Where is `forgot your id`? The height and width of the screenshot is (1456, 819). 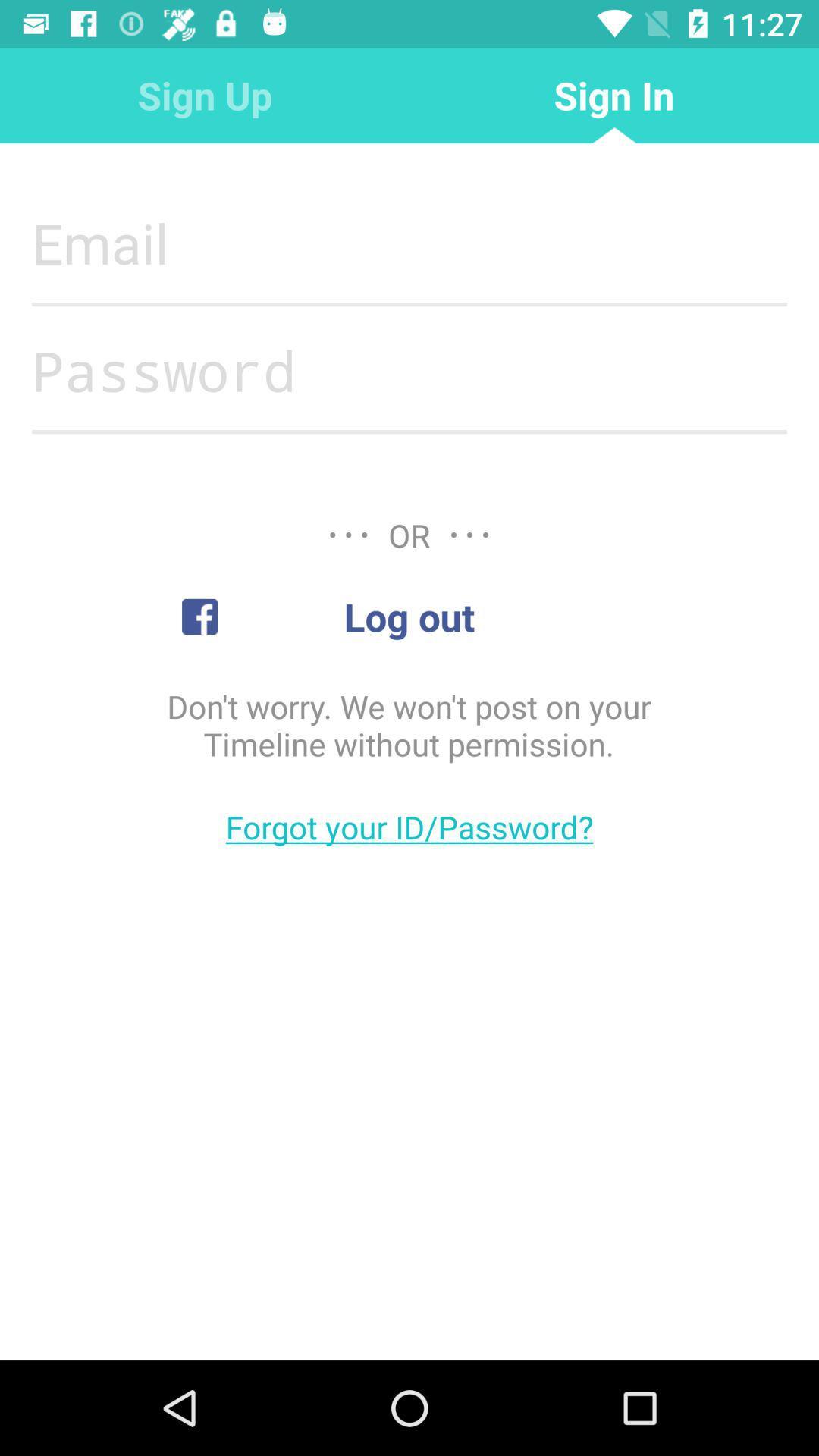
forgot your id is located at coordinates (409, 826).